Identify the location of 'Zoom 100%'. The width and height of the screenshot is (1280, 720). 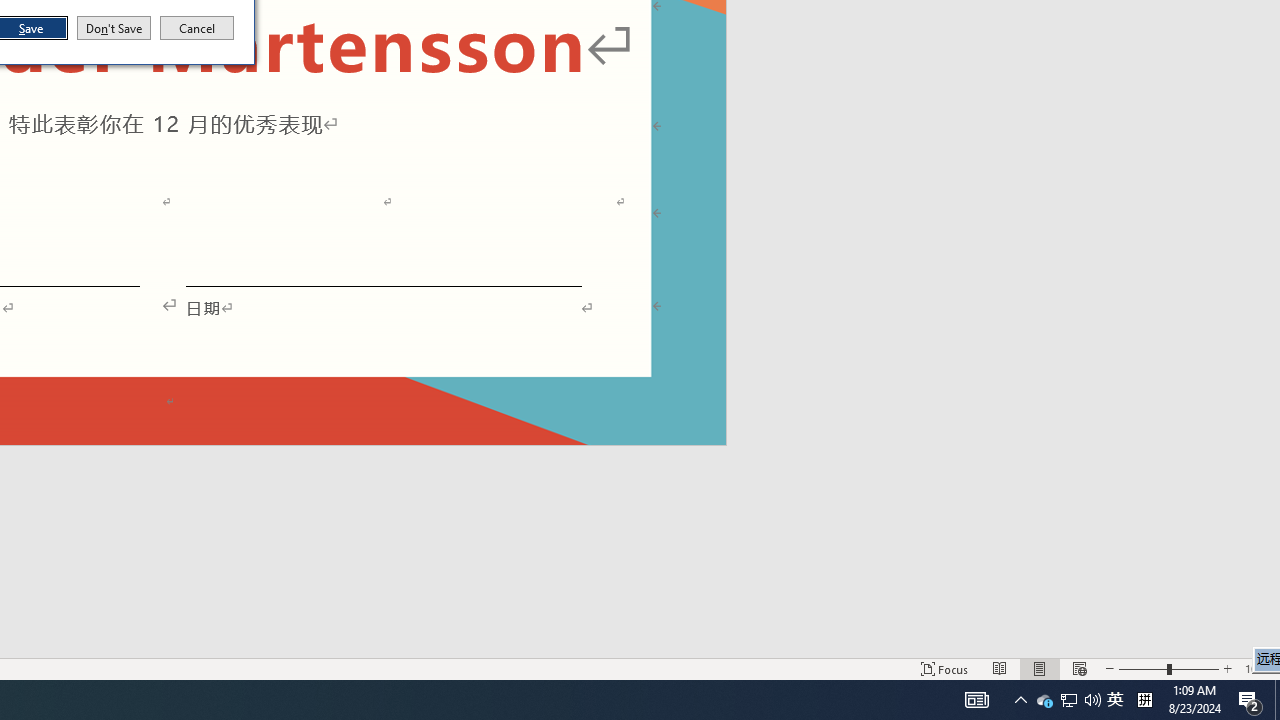
(1257, 669).